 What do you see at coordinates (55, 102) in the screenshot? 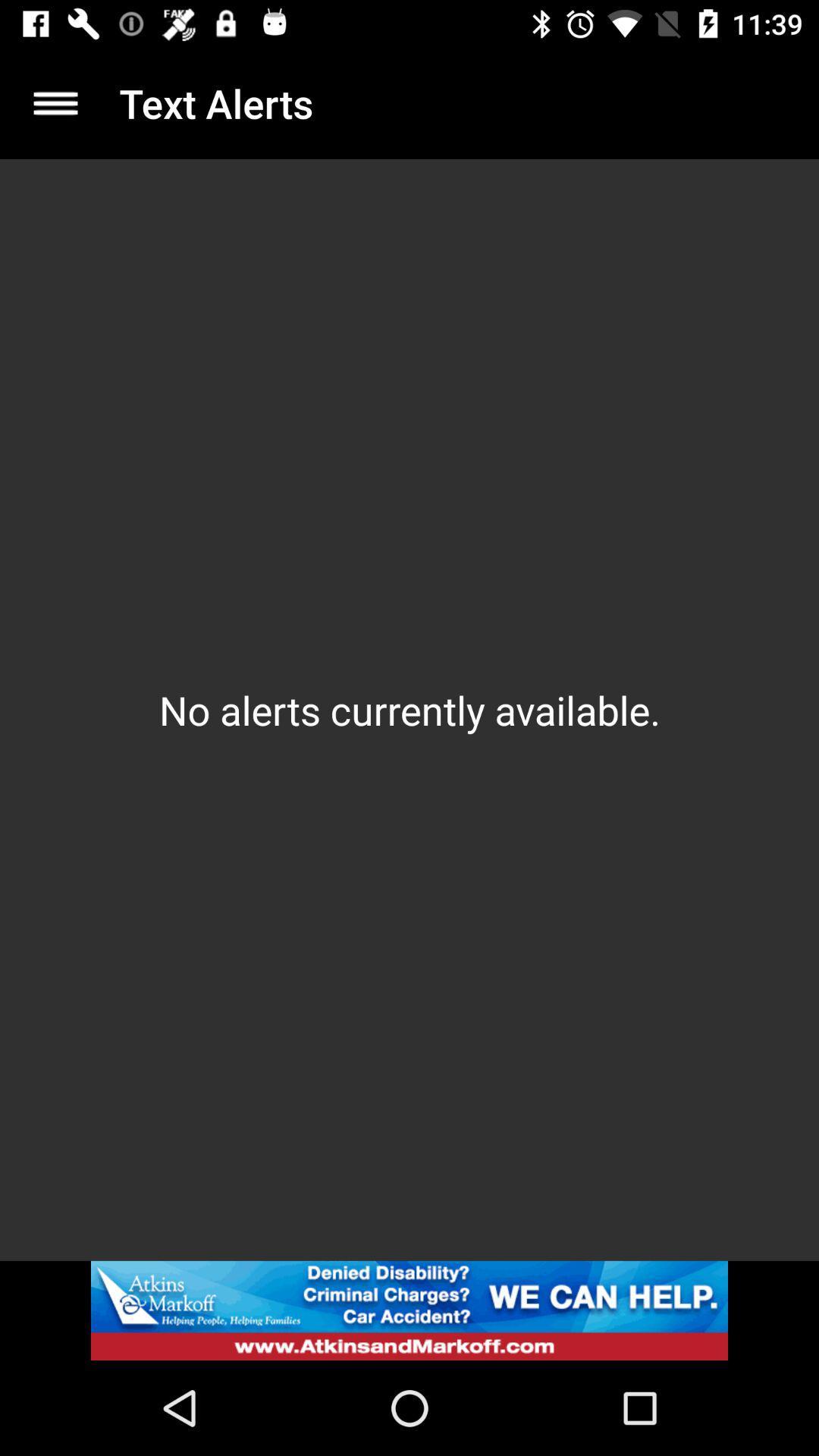
I see `open menu` at bounding box center [55, 102].